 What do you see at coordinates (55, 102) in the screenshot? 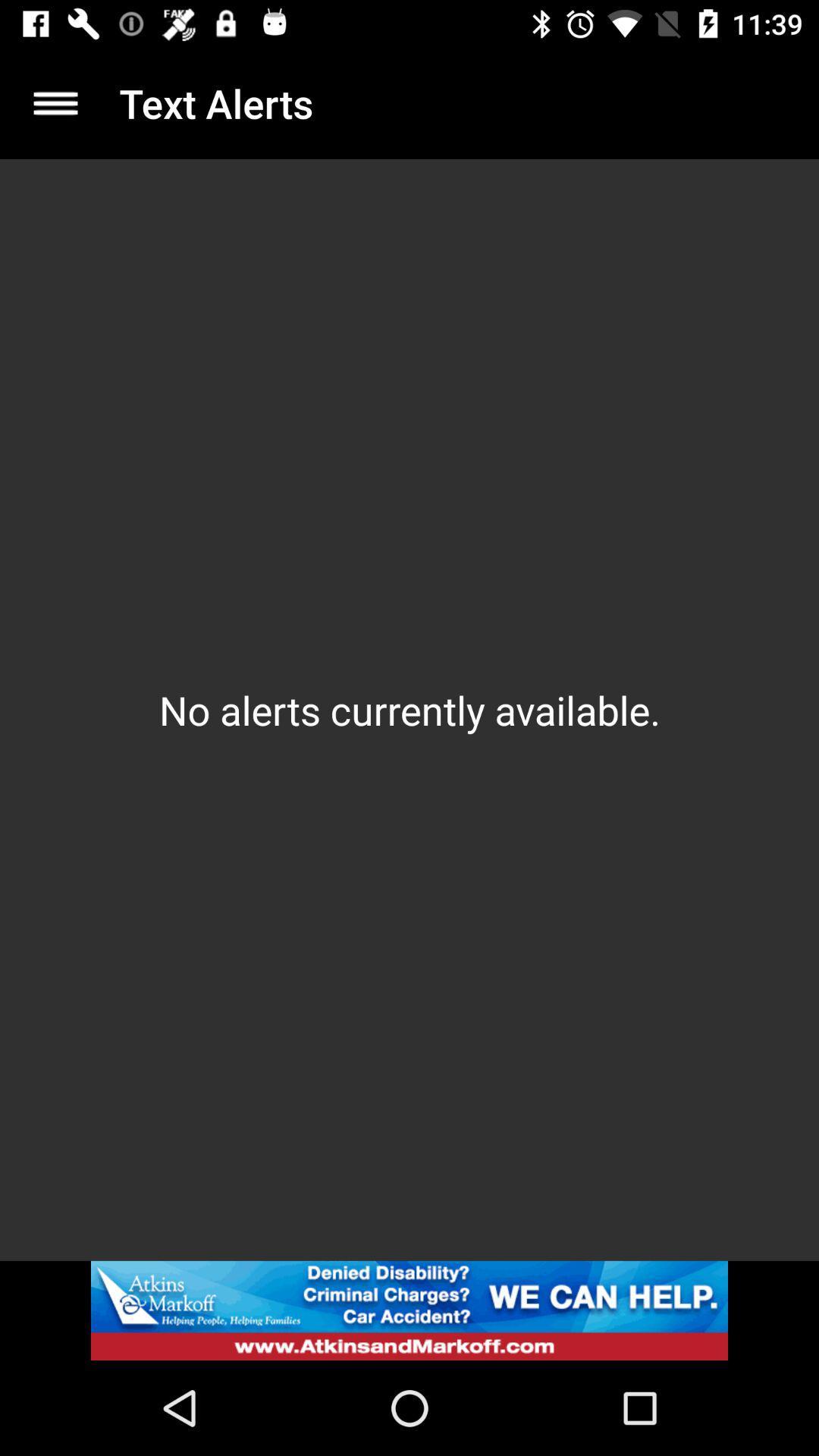
I see `open menu` at bounding box center [55, 102].